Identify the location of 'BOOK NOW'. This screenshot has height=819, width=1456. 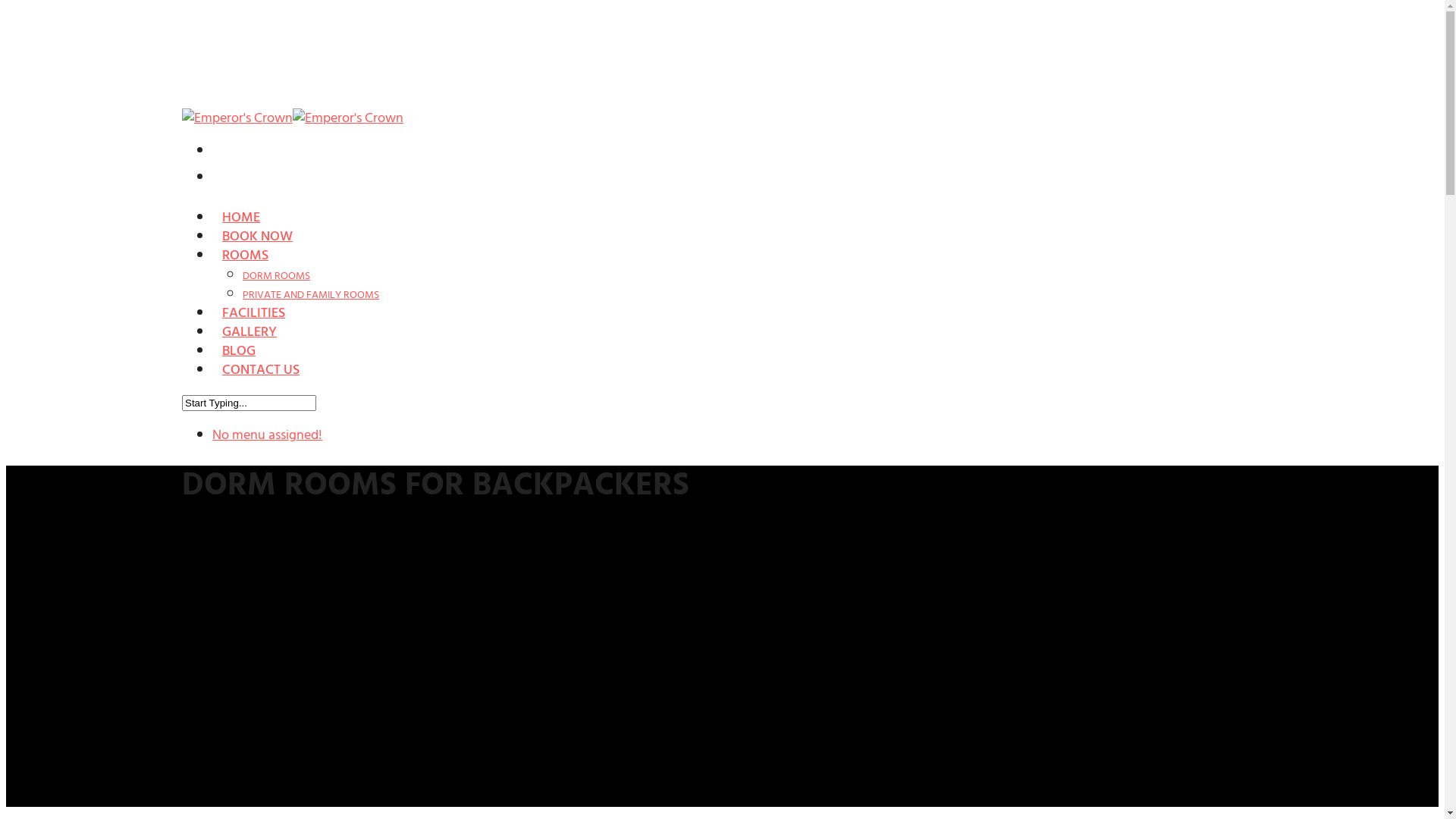
(211, 245).